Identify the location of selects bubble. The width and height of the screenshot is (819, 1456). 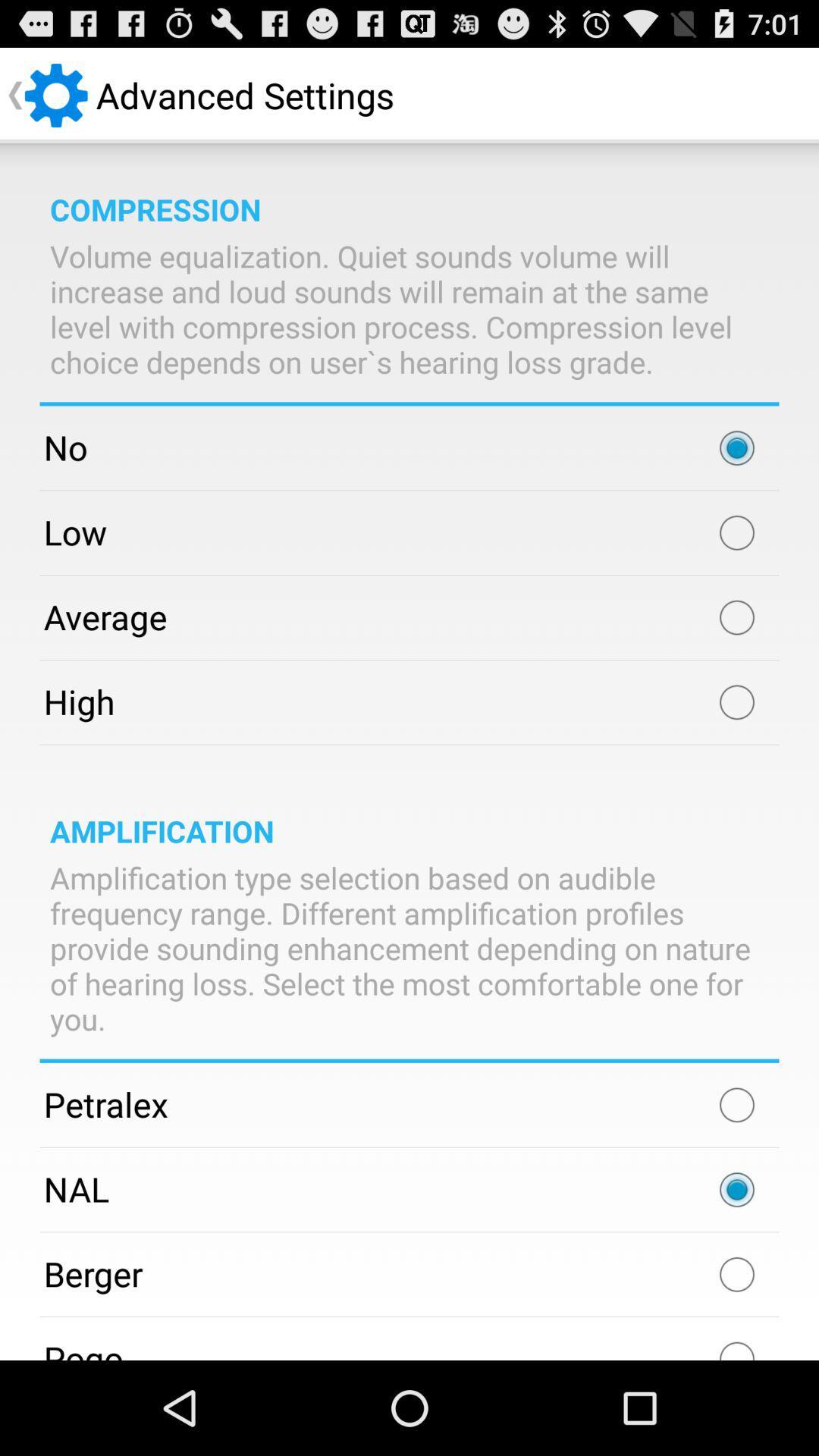
(736, 617).